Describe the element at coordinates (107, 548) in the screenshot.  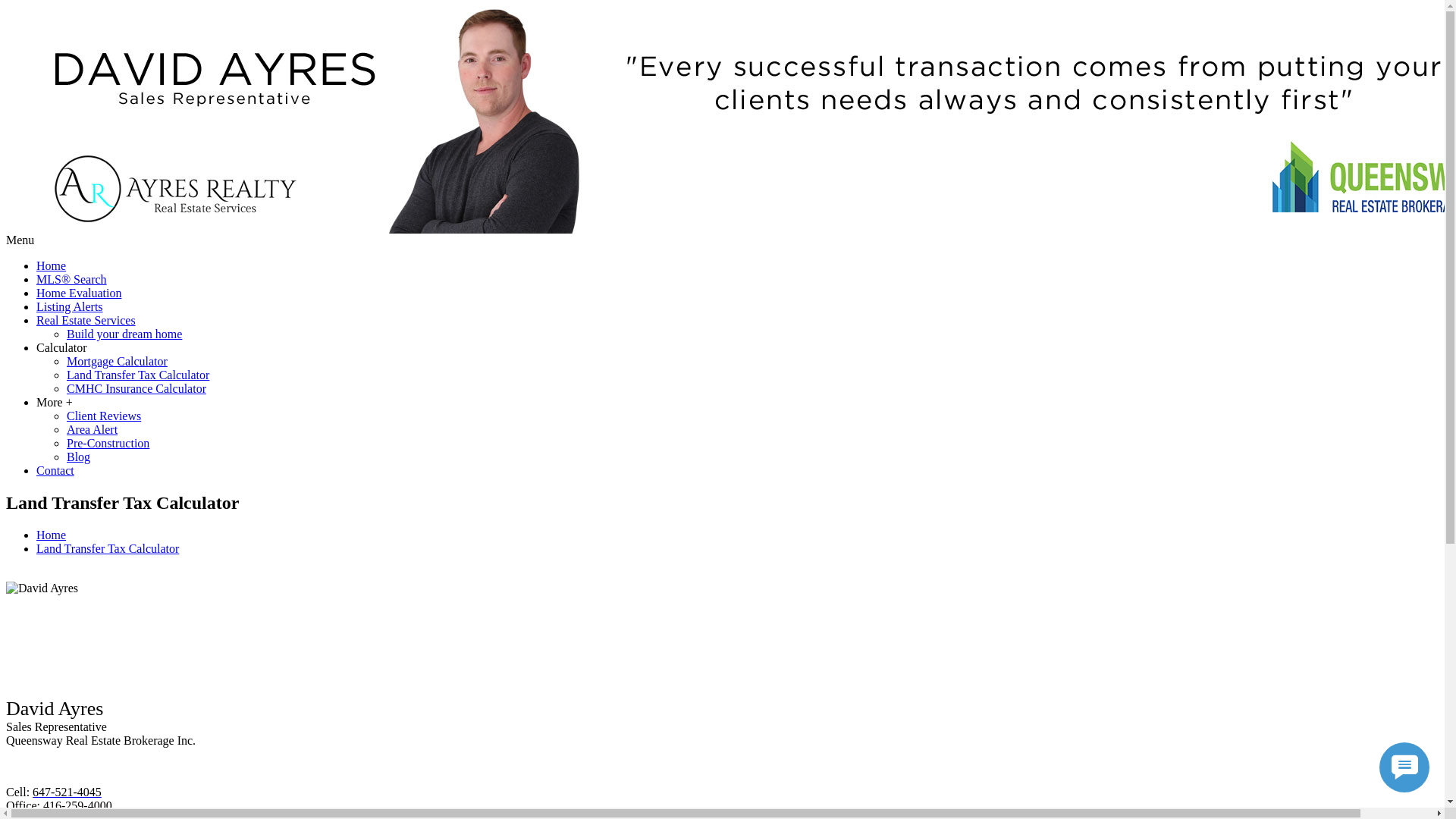
I see `'Land Transfer Tax Calculator'` at that location.